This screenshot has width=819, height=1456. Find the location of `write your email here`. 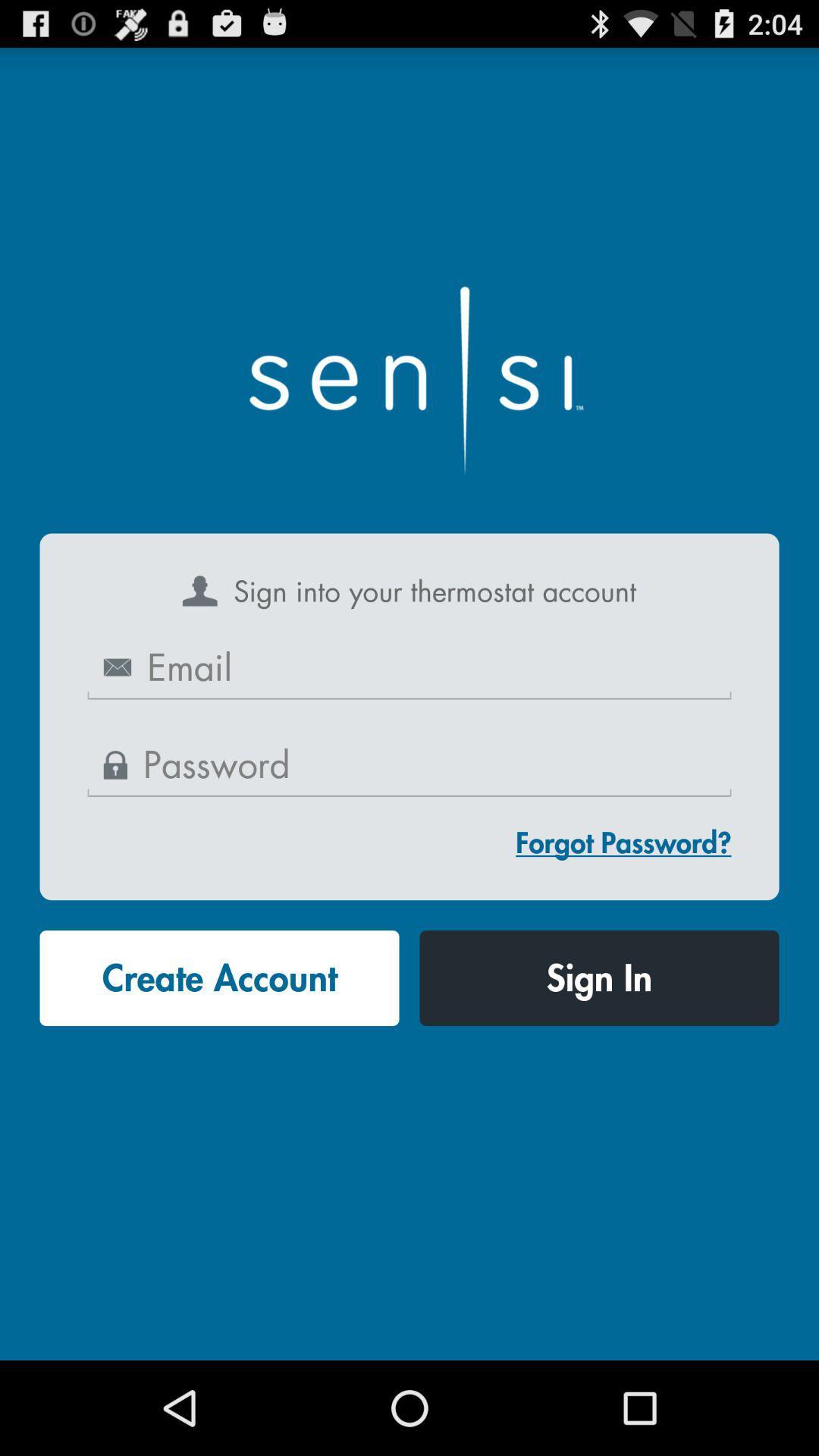

write your email here is located at coordinates (409, 668).